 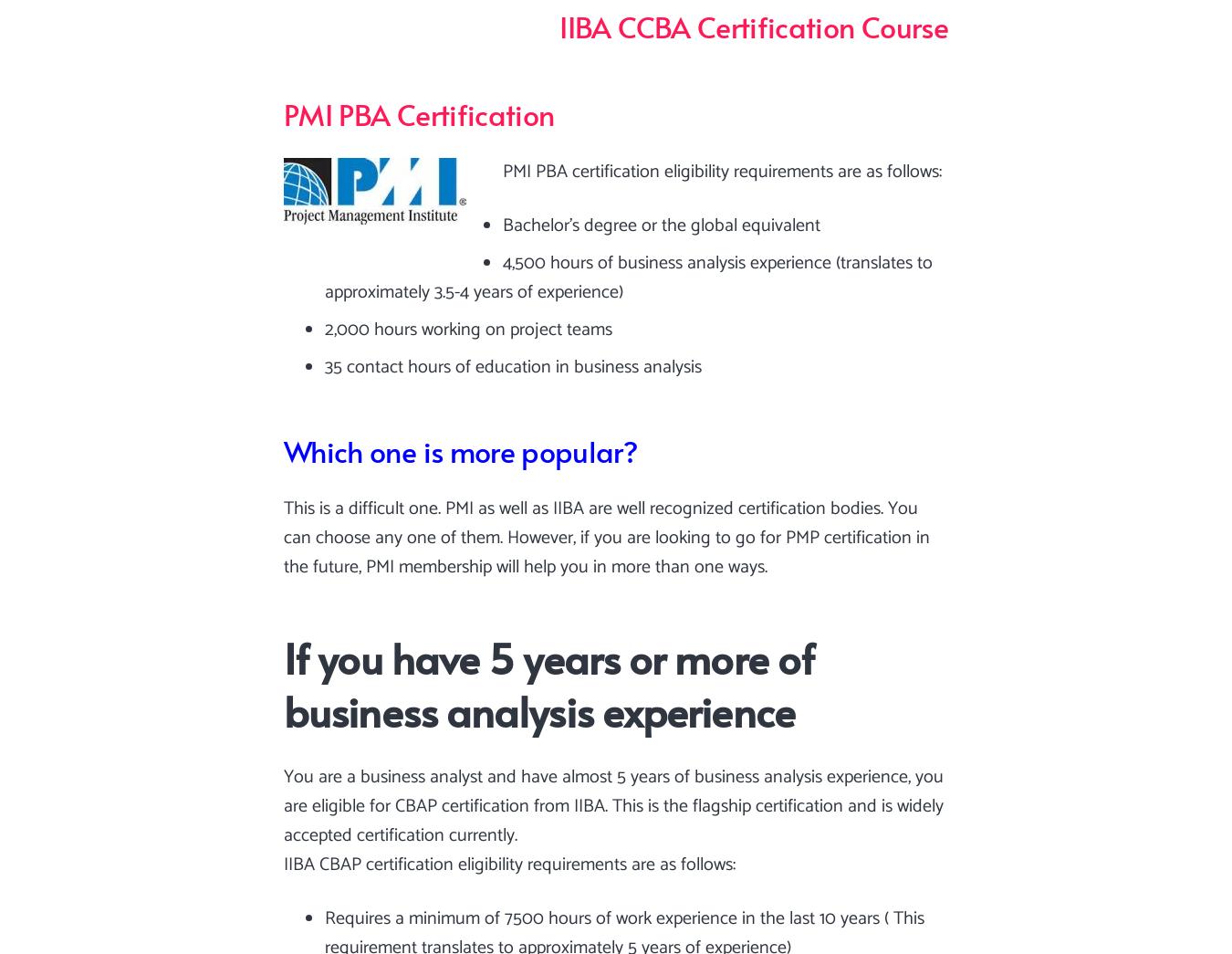 I want to click on 'You are a business analyst and have almost 5 years of business analysis experience, you are eligible for CBAP certification from IIBA. This is the flagship certification and is widely accepted certification currently.', so click(x=613, y=805).